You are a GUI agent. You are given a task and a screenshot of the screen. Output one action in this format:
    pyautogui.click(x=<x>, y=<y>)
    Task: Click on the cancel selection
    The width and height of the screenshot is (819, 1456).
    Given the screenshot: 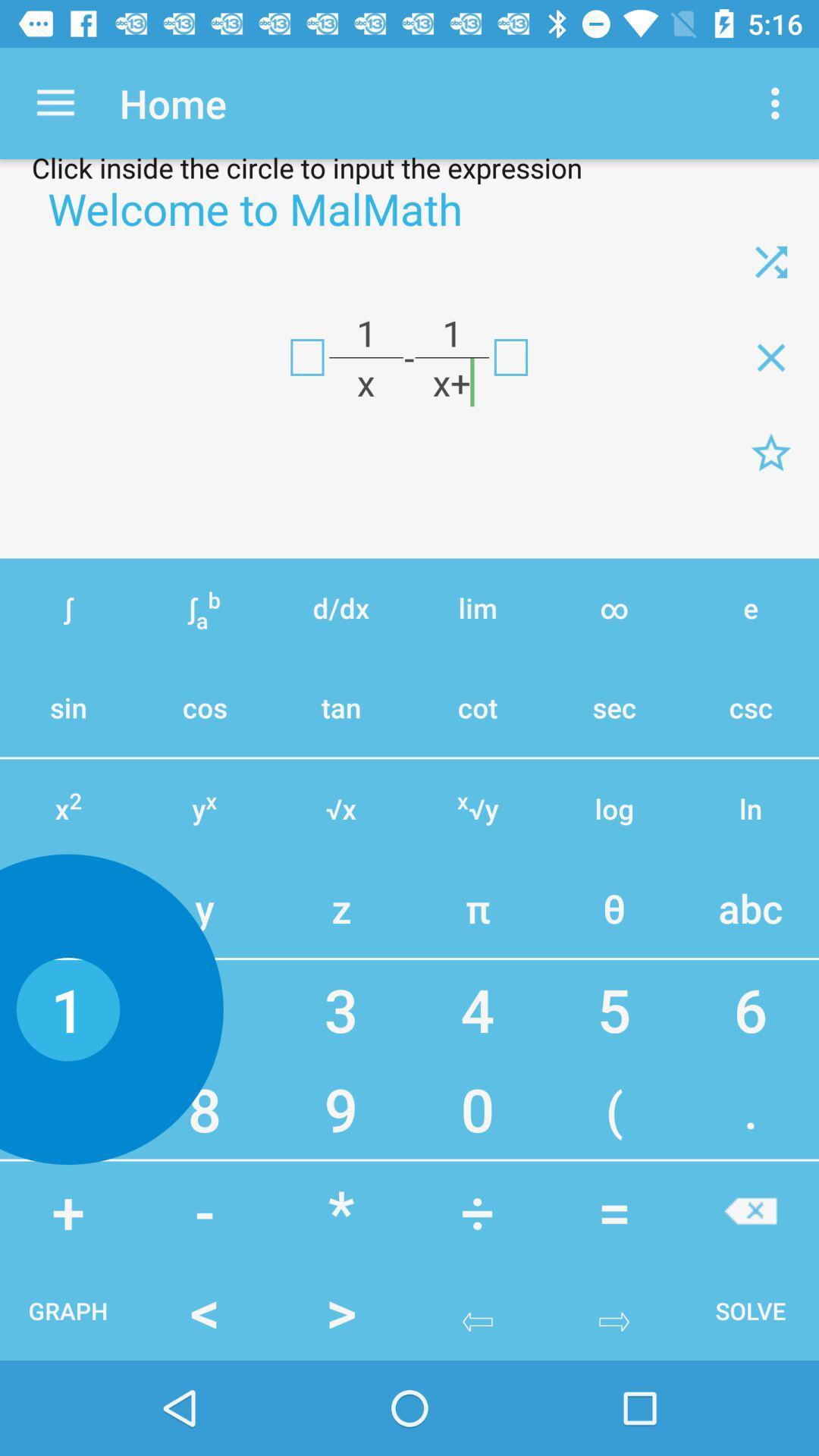 What is the action you would take?
    pyautogui.click(x=751, y=1210)
    